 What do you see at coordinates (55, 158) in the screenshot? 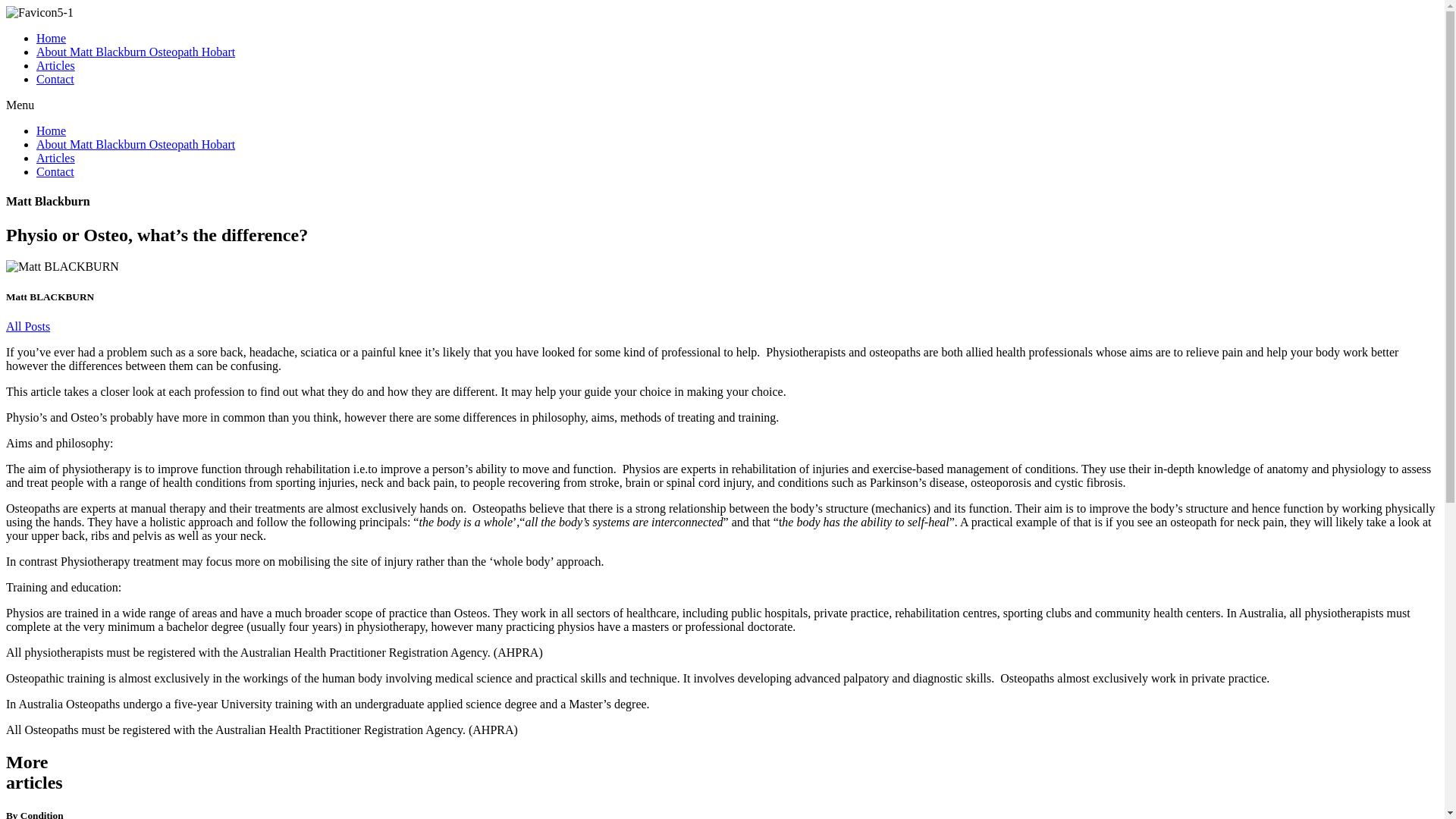
I see `'Articles'` at bounding box center [55, 158].